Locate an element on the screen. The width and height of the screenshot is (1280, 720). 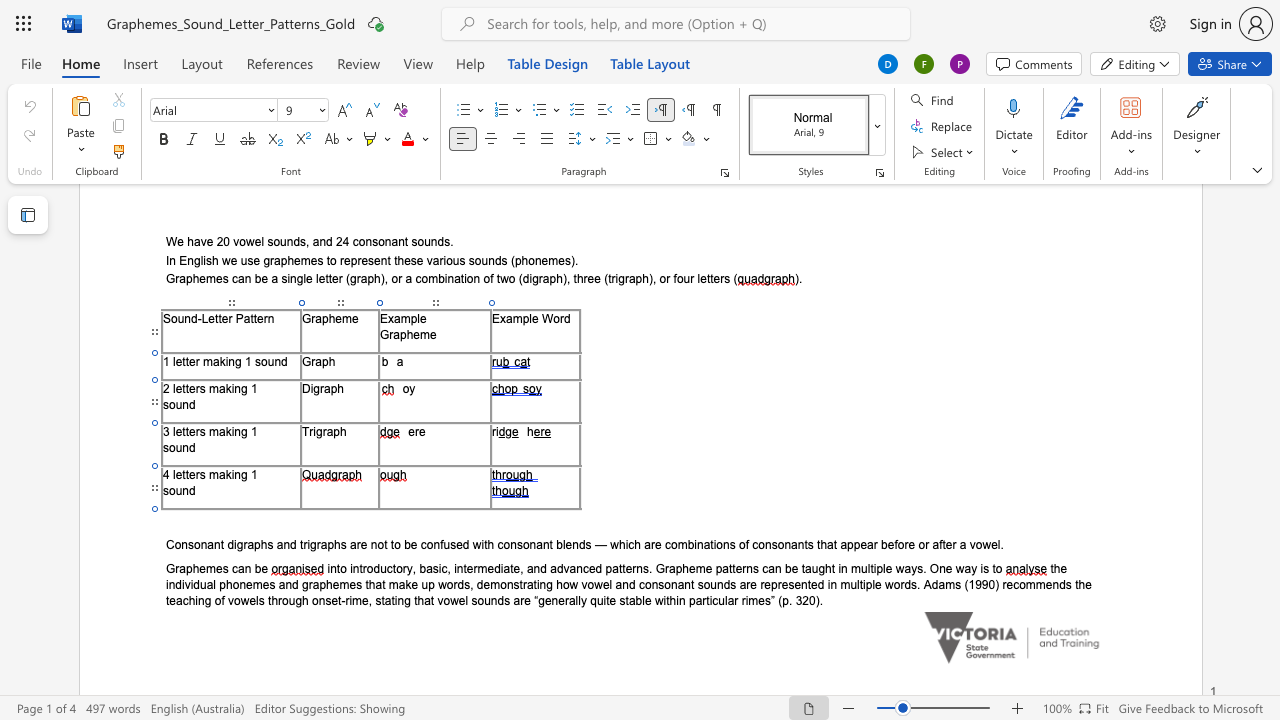
the 8th character "i" in the text is located at coordinates (981, 568).